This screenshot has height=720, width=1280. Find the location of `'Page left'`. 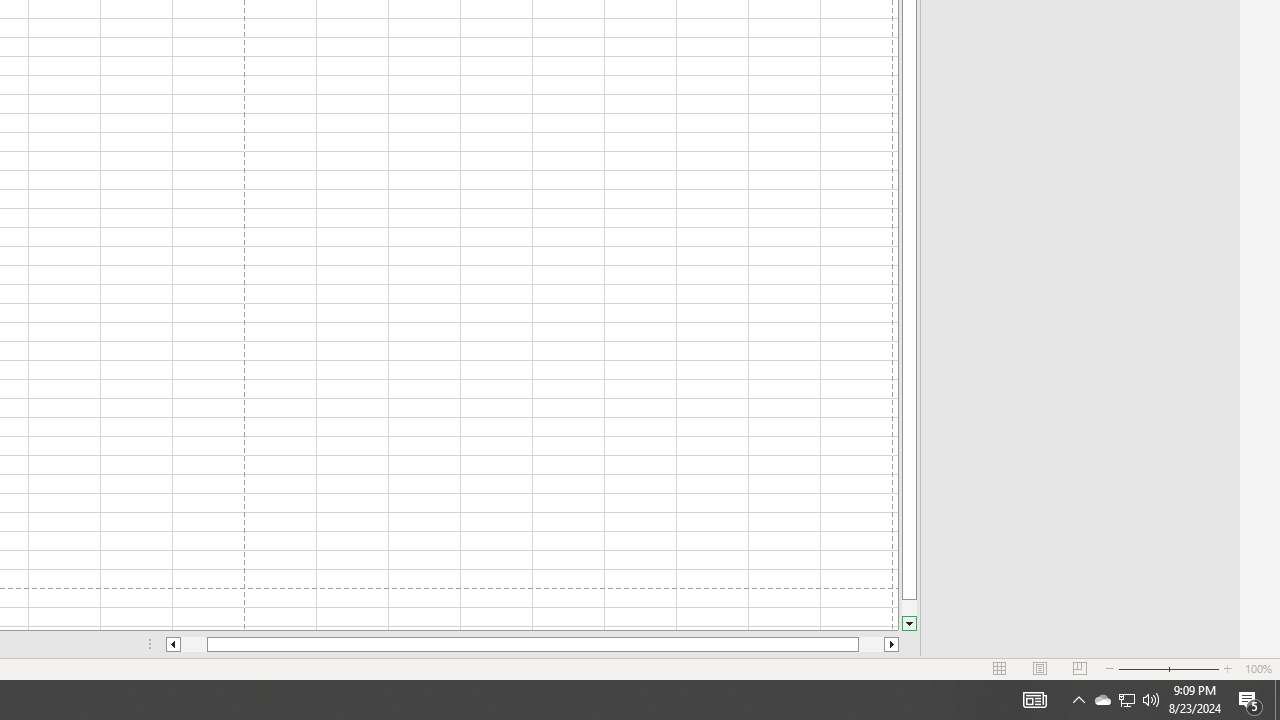

'Page left' is located at coordinates (193, 644).